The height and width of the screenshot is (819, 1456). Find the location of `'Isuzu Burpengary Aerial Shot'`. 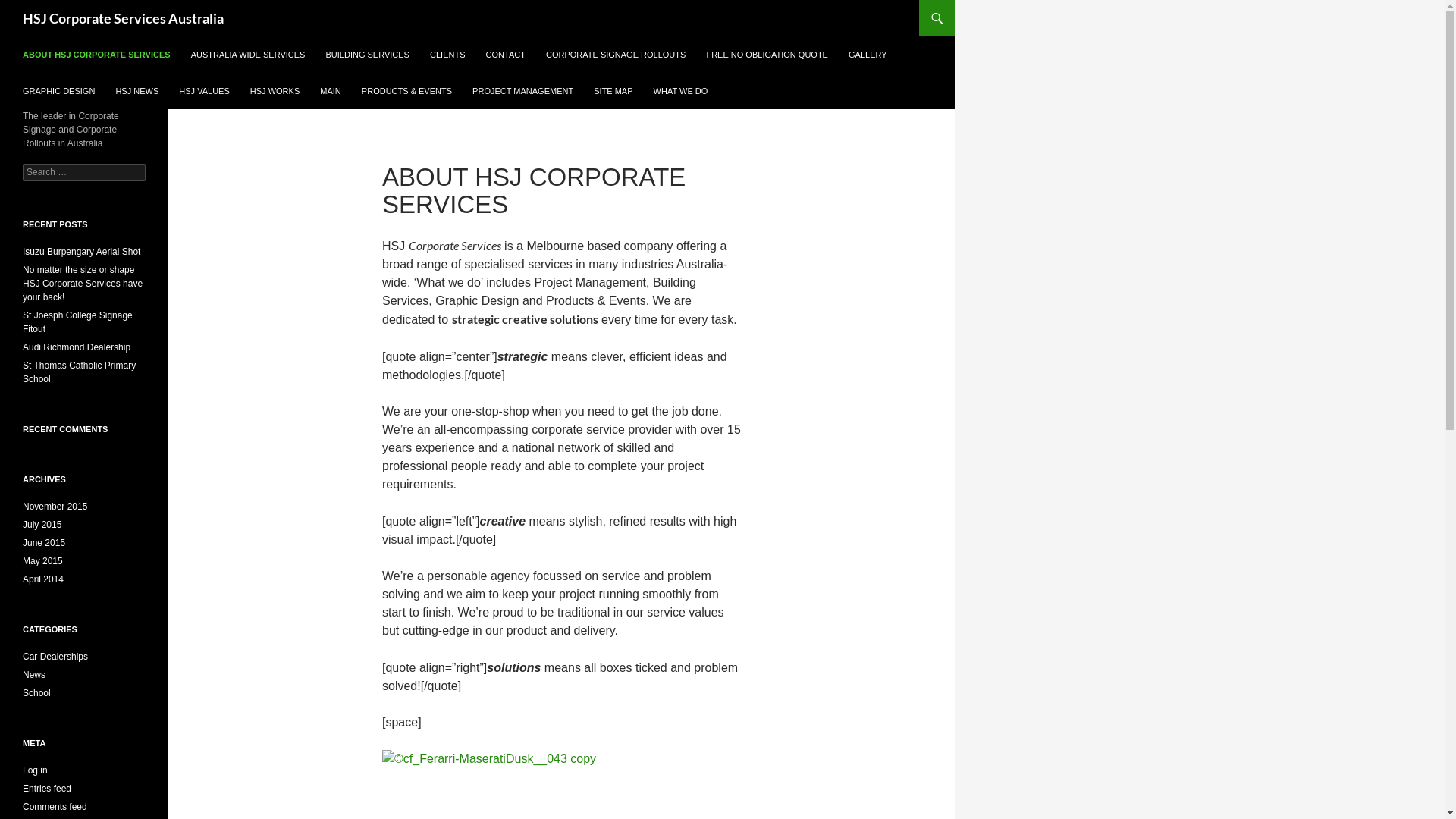

'Isuzu Burpengary Aerial Shot' is located at coordinates (80, 250).